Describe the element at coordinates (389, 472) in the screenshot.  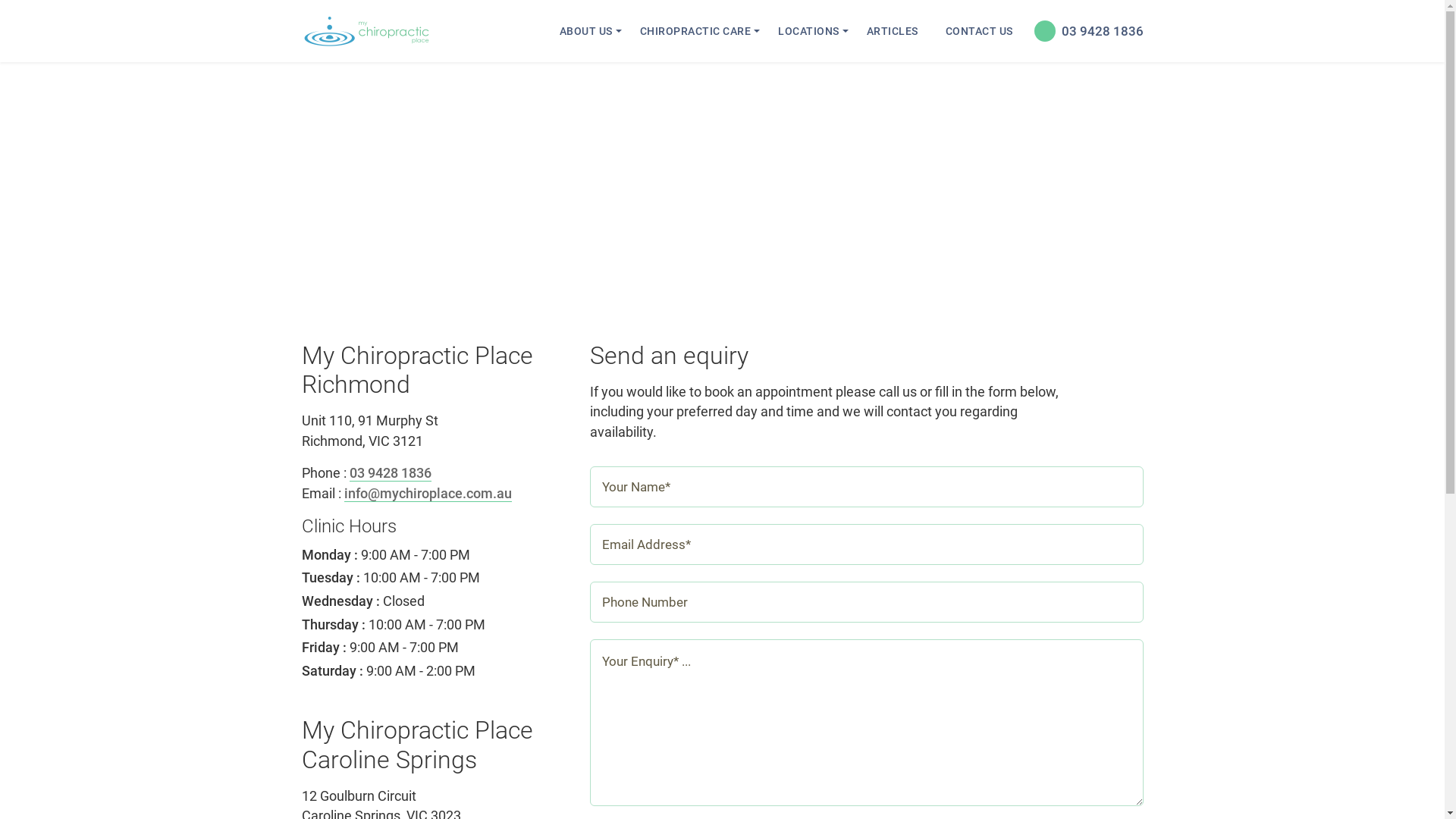
I see `'03 9428 1836'` at that location.